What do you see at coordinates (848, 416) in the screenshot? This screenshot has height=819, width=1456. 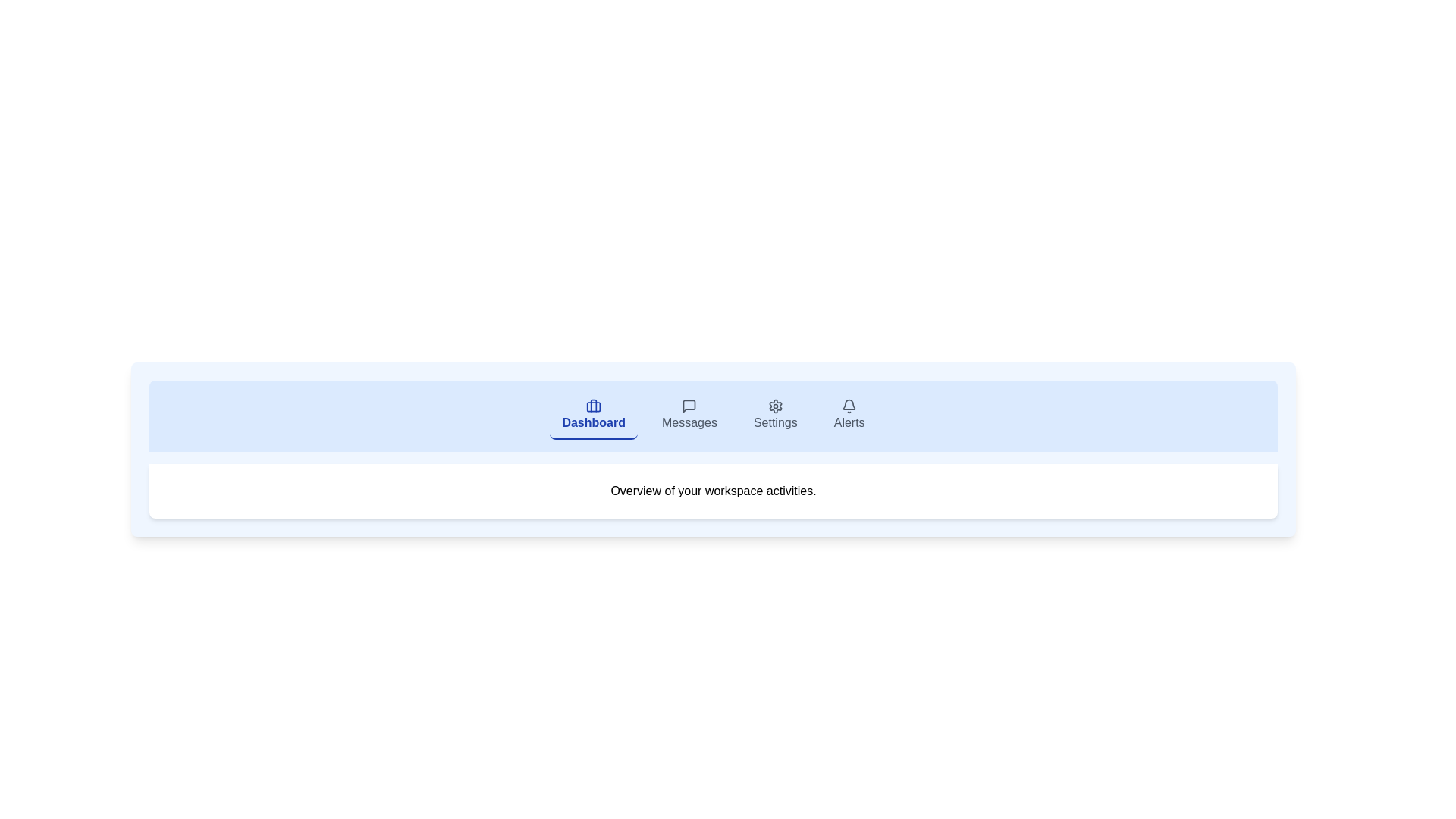 I see `the Alerts tab to switch to its view` at bounding box center [848, 416].